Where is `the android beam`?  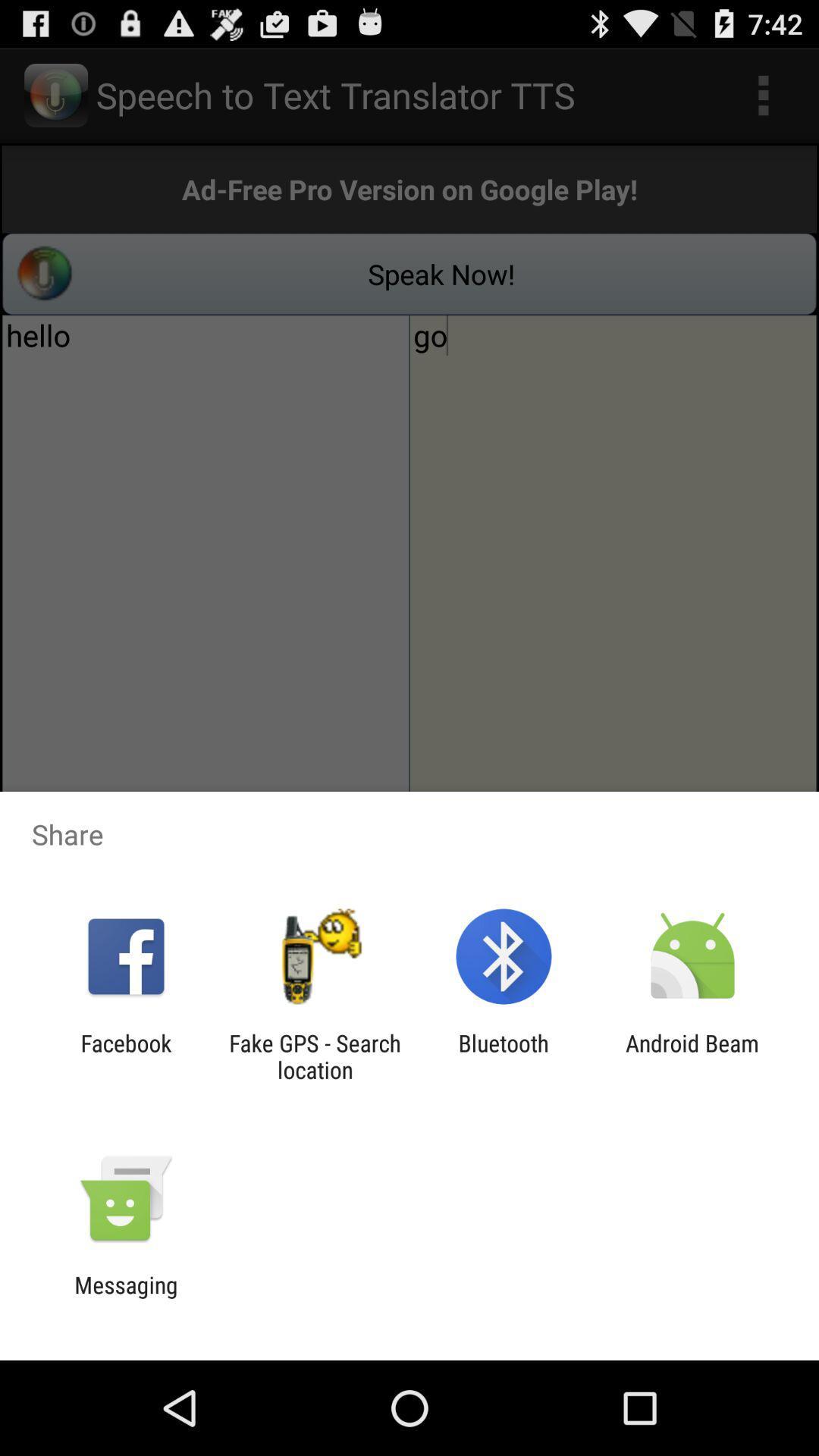
the android beam is located at coordinates (692, 1056).